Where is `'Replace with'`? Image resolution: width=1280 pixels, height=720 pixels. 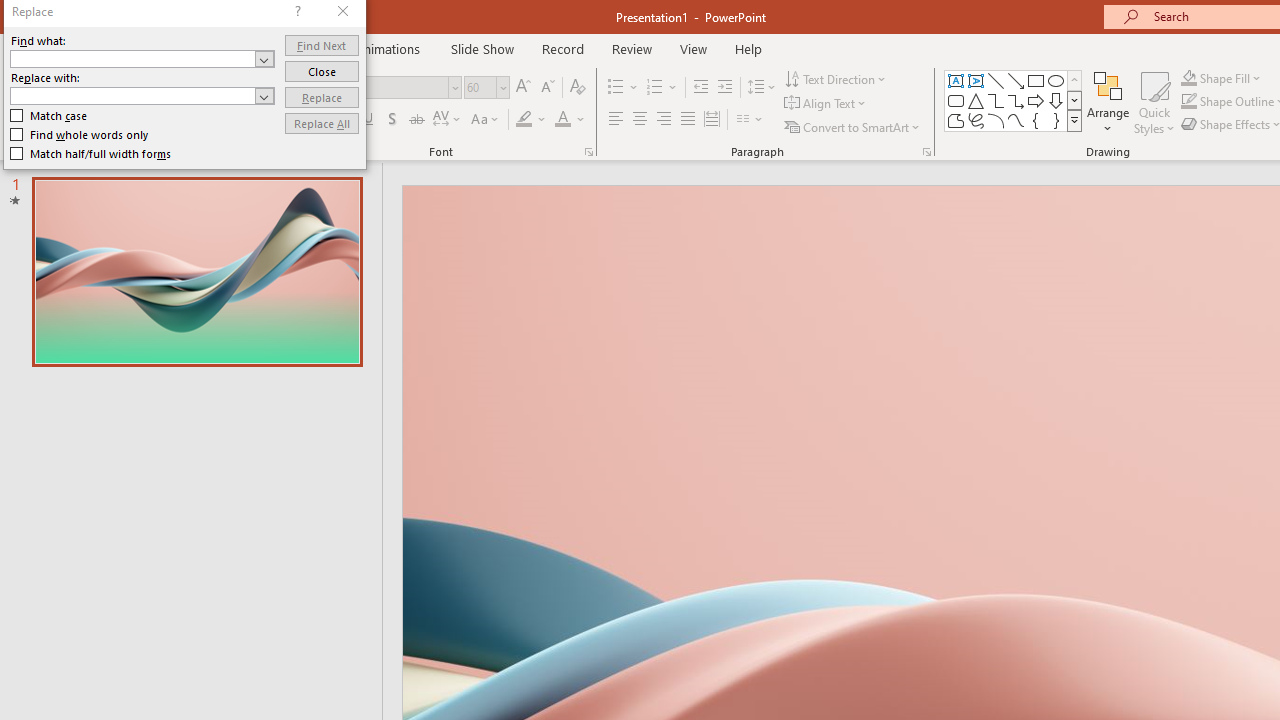
'Replace with' is located at coordinates (132, 95).